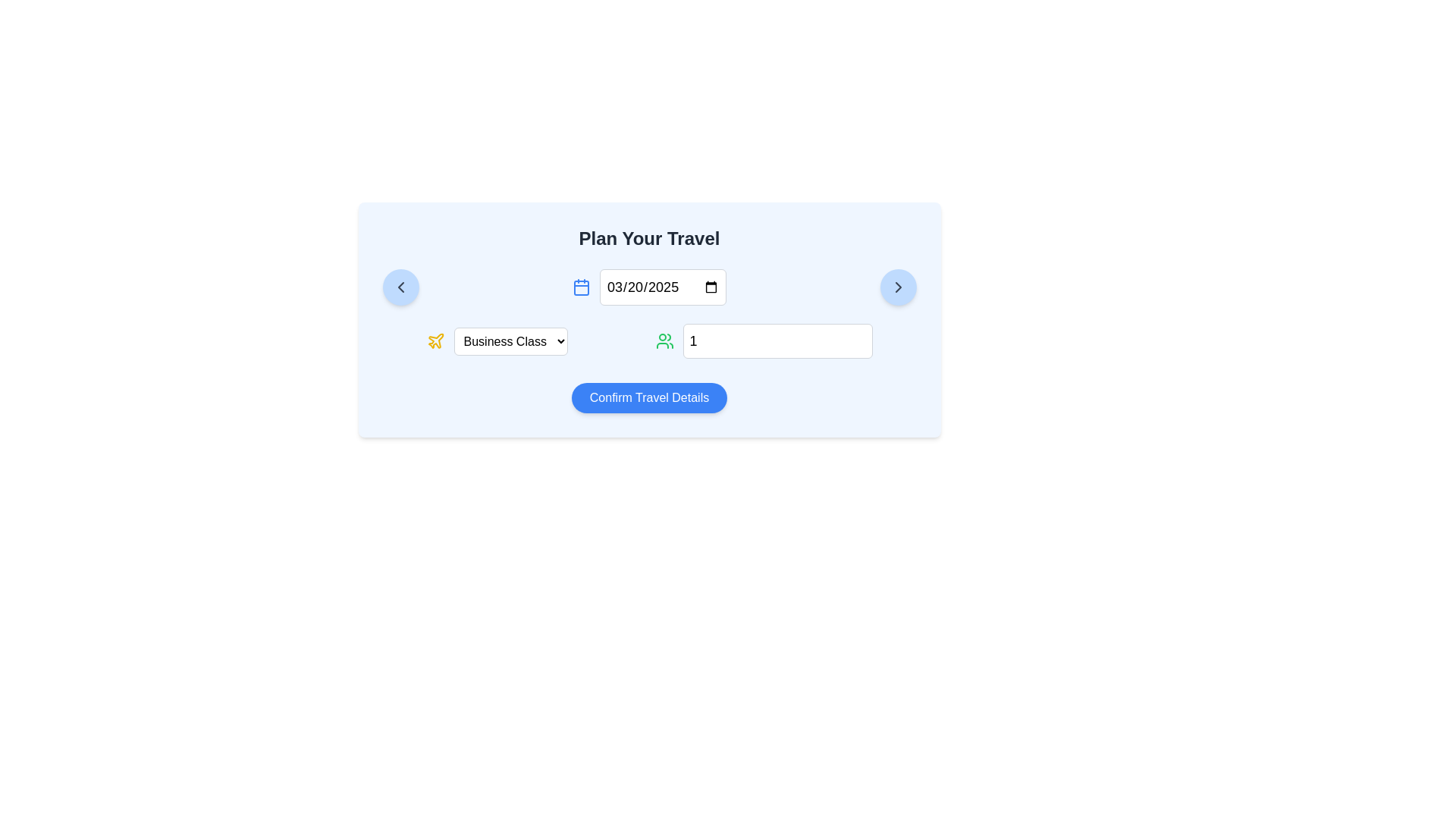 This screenshot has width=1456, height=819. What do you see at coordinates (777, 341) in the screenshot?
I see `the Number input field located in the bottom-right section of the 'Plan Your Travel' form to focus on it for inputting a numerical value for passenger count` at bounding box center [777, 341].